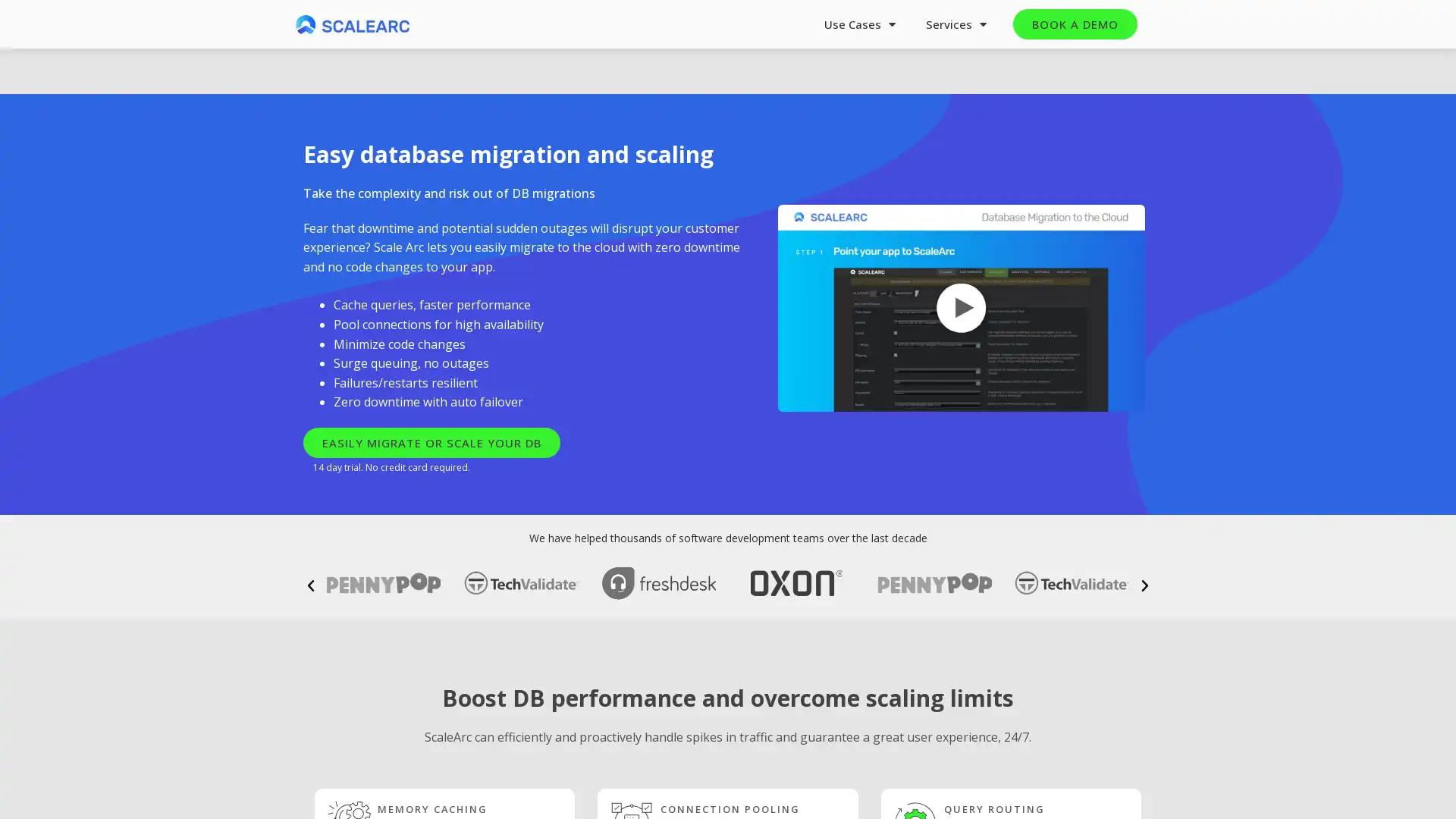  I want to click on Previous slide, so click(309, 585).